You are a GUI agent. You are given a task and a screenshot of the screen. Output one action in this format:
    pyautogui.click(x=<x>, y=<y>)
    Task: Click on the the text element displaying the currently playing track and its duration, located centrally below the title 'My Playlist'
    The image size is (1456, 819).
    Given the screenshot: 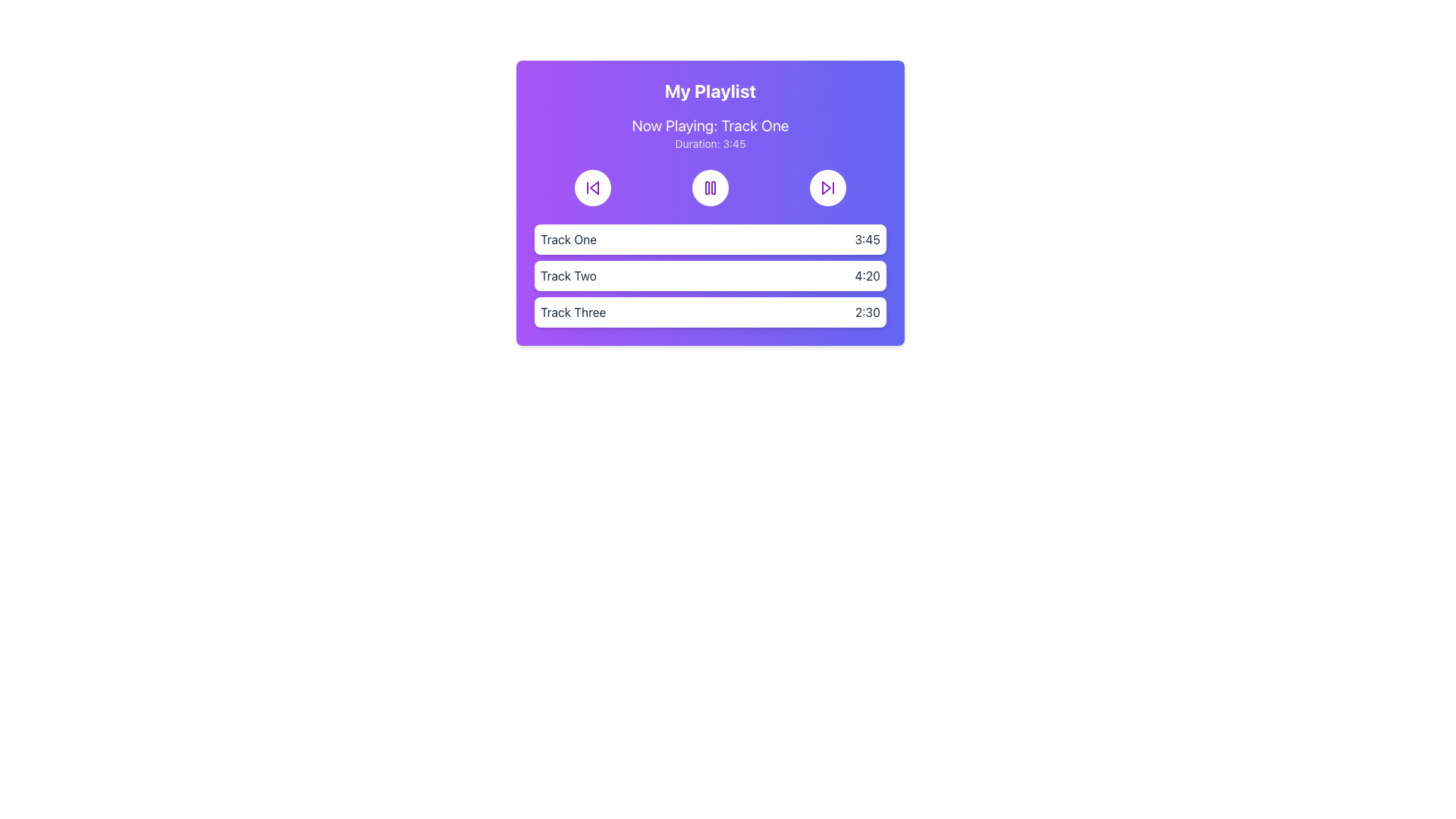 What is the action you would take?
    pyautogui.click(x=709, y=133)
    